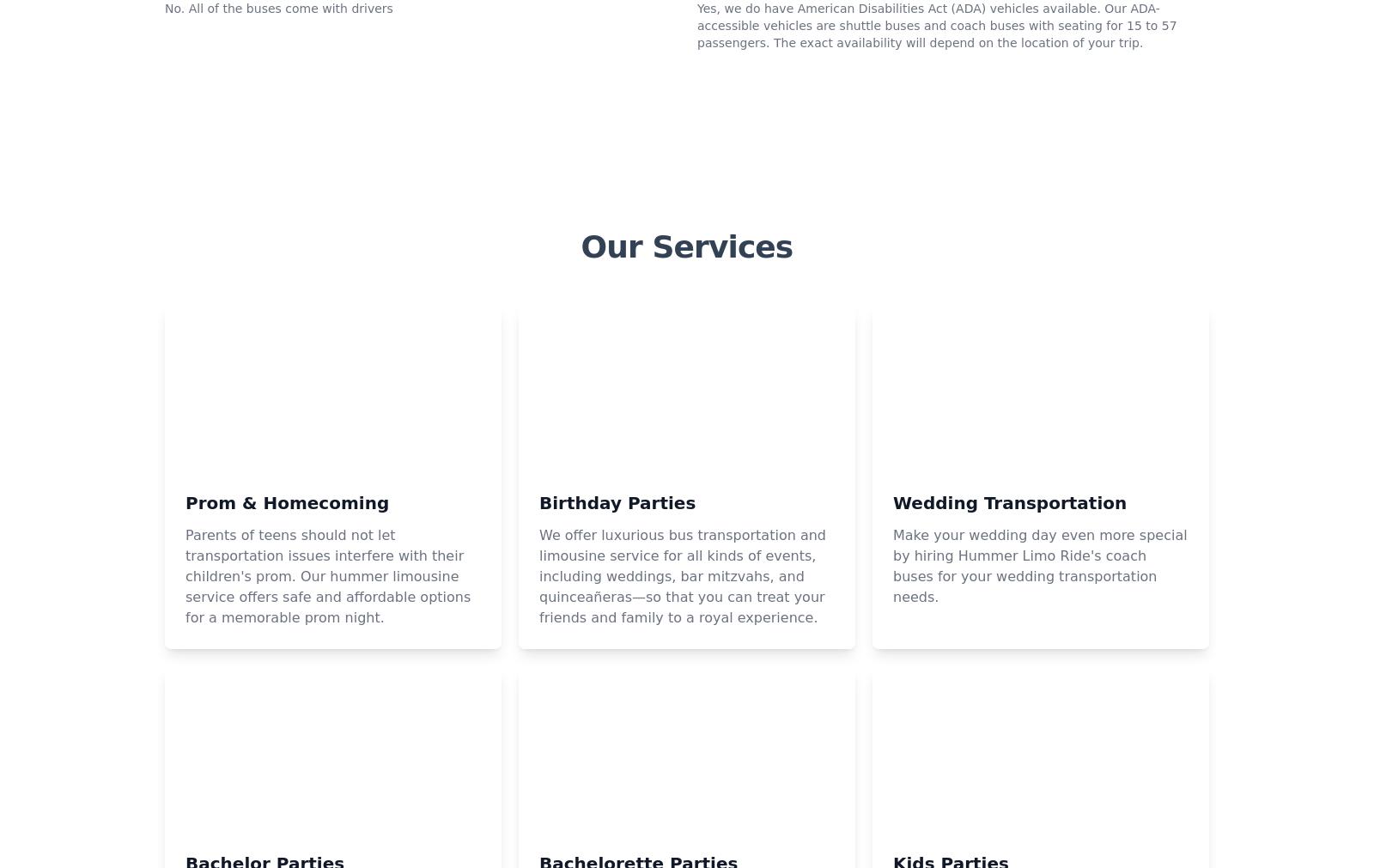 The width and height of the screenshot is (1374, 868). What do you see at coordinates (899, 7) in the screenshot?
I see `'How much does a party bus rental in
          Hammondsport          cost?'` at bounding box center [899, 7].